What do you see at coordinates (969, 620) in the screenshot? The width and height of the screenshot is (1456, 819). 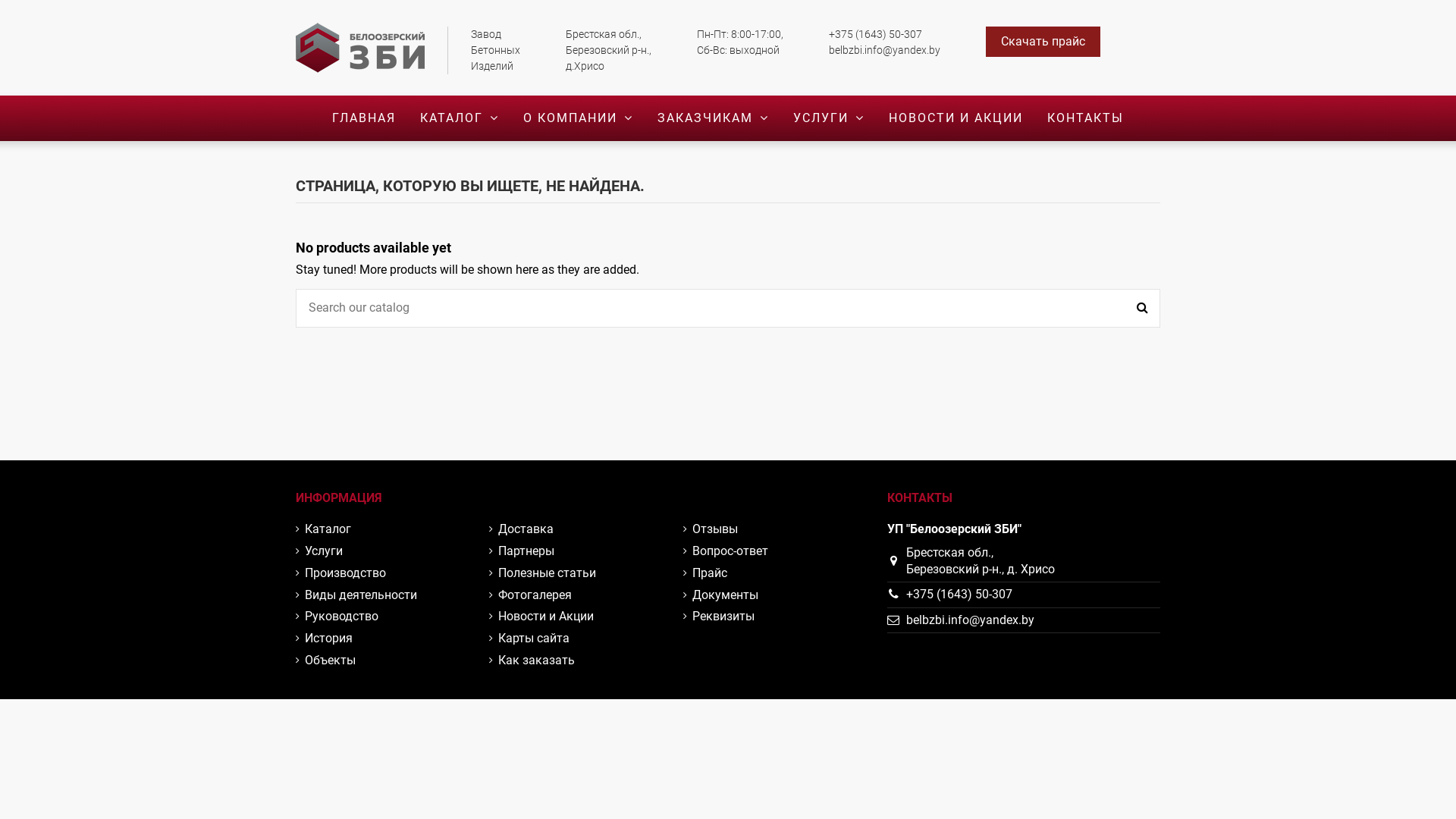 I see `'belbzbi.info@yandex.by'` at bounding box center [969, 620].